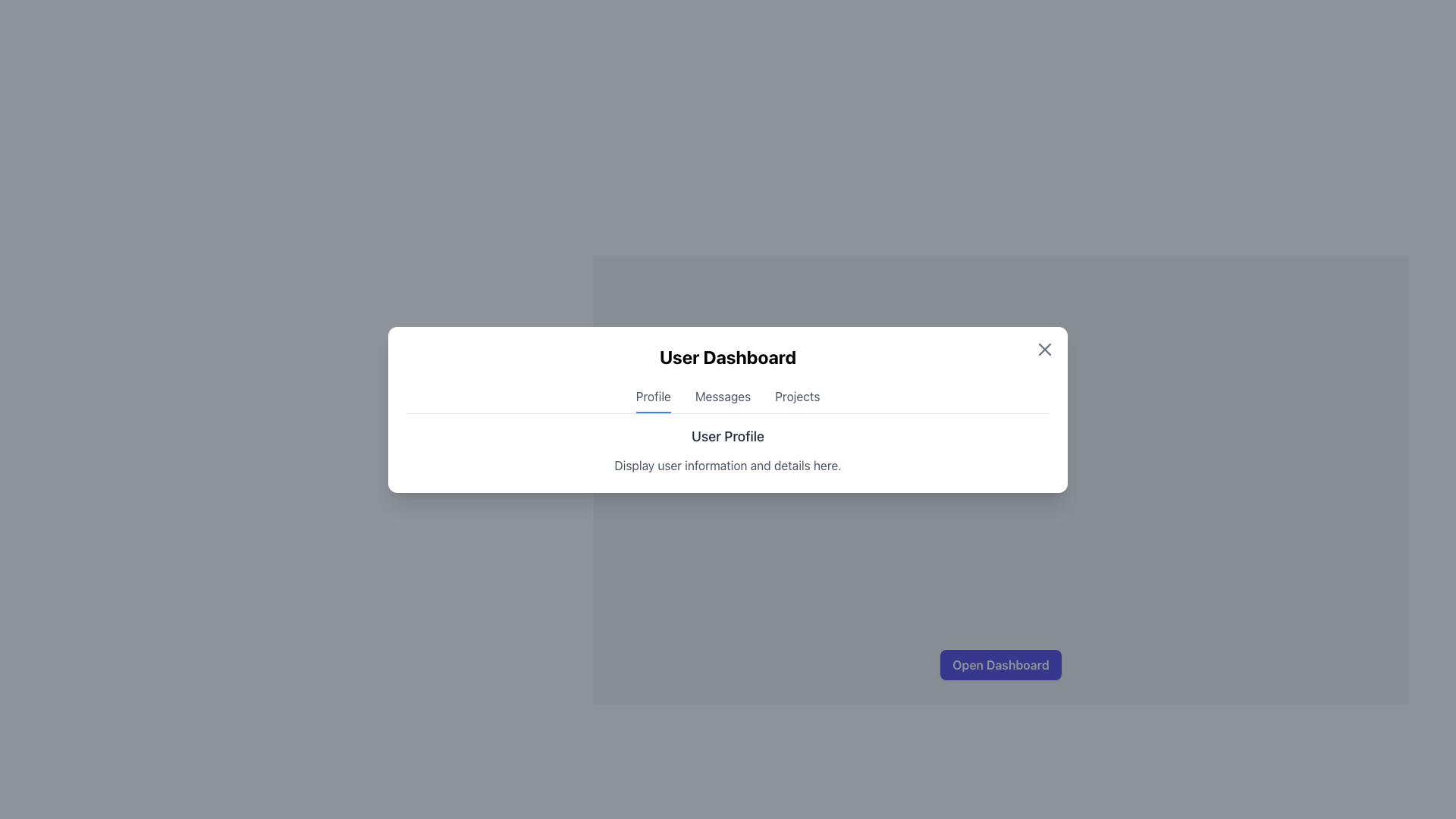  Describe the element at coordinates (1000, 664) in the screenshot. I see `the rectangular button labeled 'Open Dashboard' with a deep indigo background` at that location.